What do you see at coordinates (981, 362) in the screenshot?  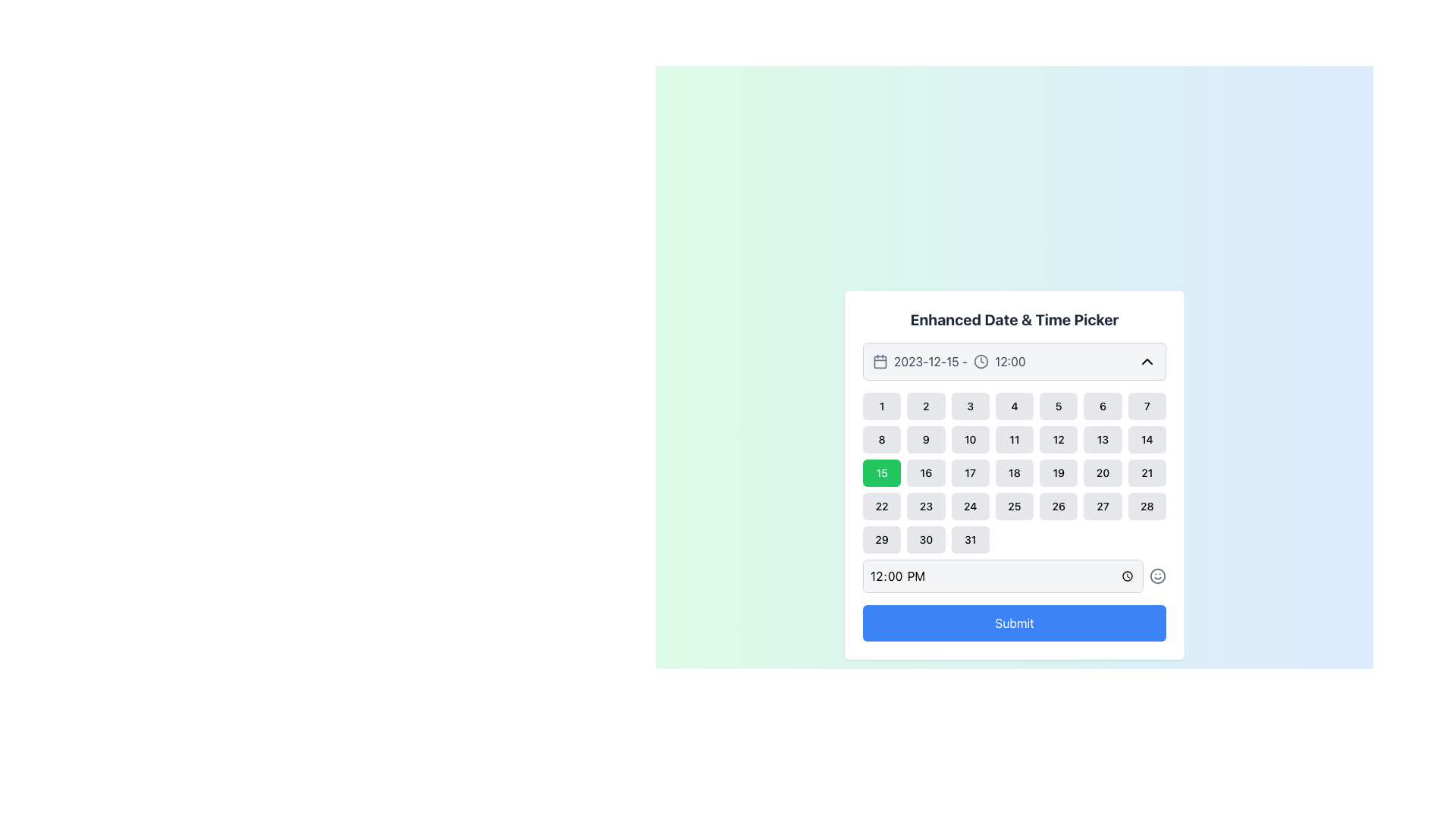 I see `the clock icon located in the top bar of the calendar interface, positioned to the right of the date string '2023-12-15'` at bounding box center [981, 362].